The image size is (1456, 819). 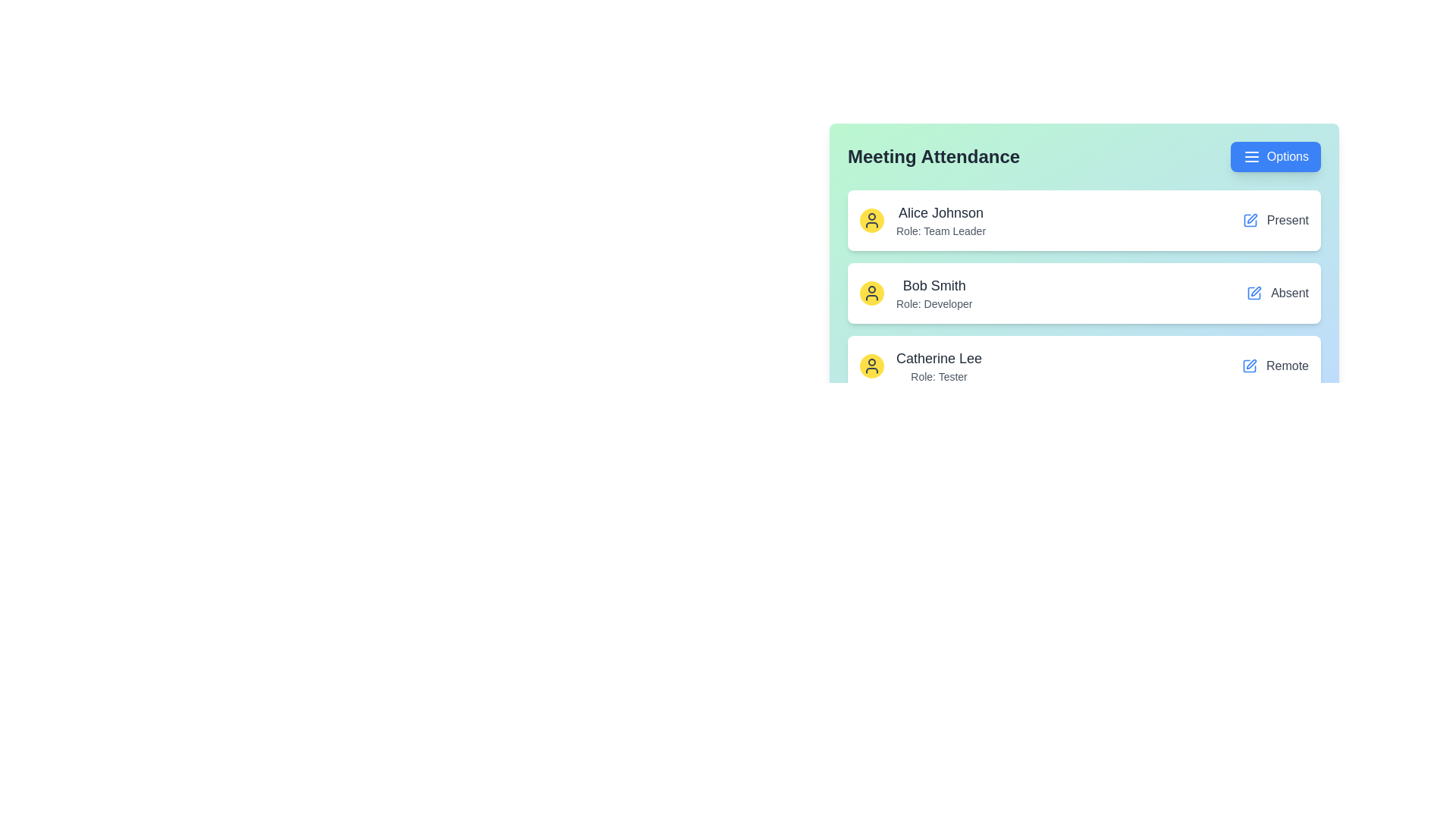 I want to click on the Text Component displaying 'Catherine Lee' which is the primary name text of the third entry in the list under 'Meeting Attendance', so click(x=938, y=359).